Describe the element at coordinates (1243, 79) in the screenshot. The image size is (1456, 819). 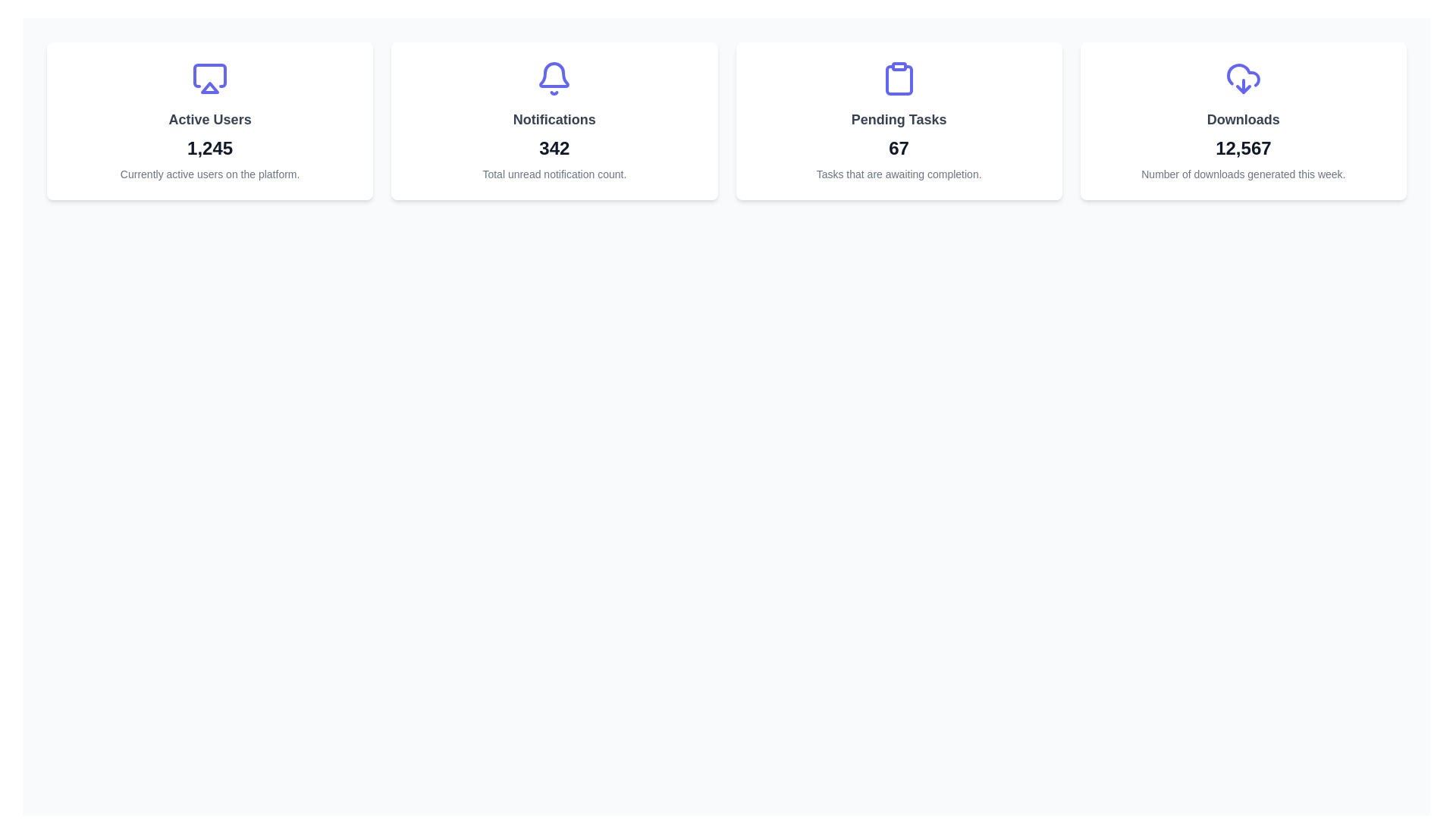
I see `the download icon located at the top center of the 'Downloads' card, which visually represents the download statistics` at that location.